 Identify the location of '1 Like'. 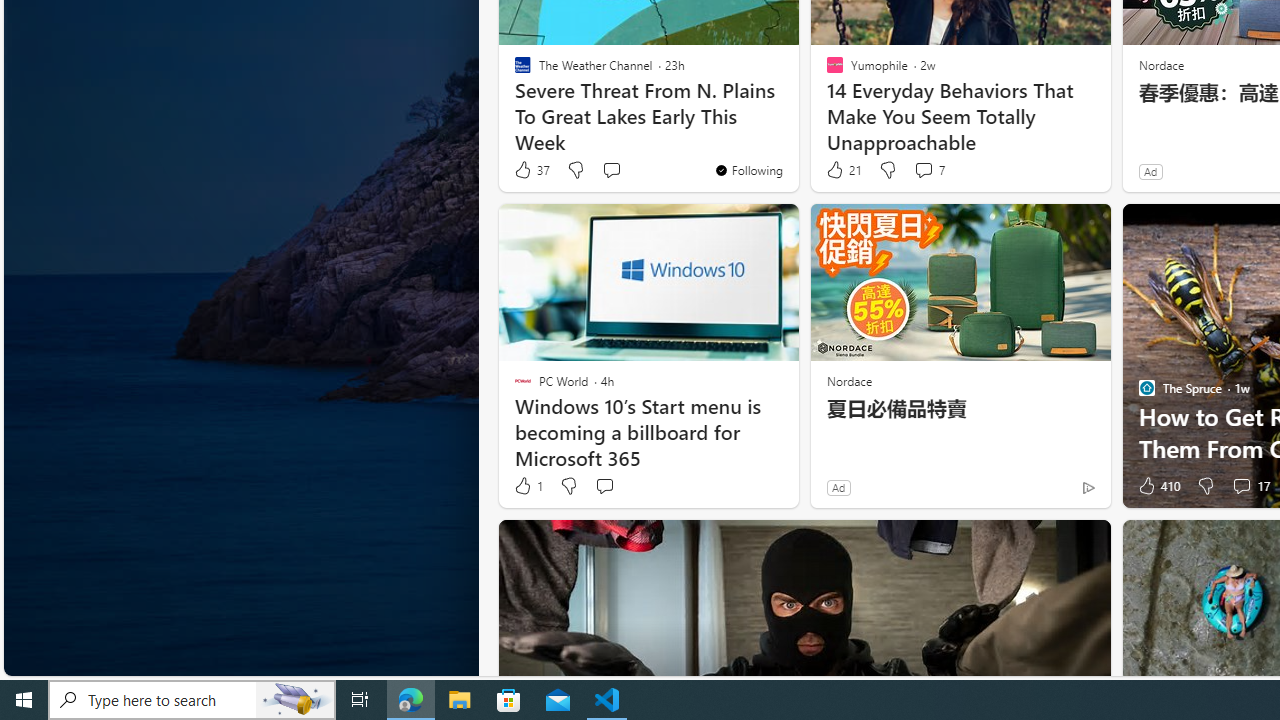
(527, 486).